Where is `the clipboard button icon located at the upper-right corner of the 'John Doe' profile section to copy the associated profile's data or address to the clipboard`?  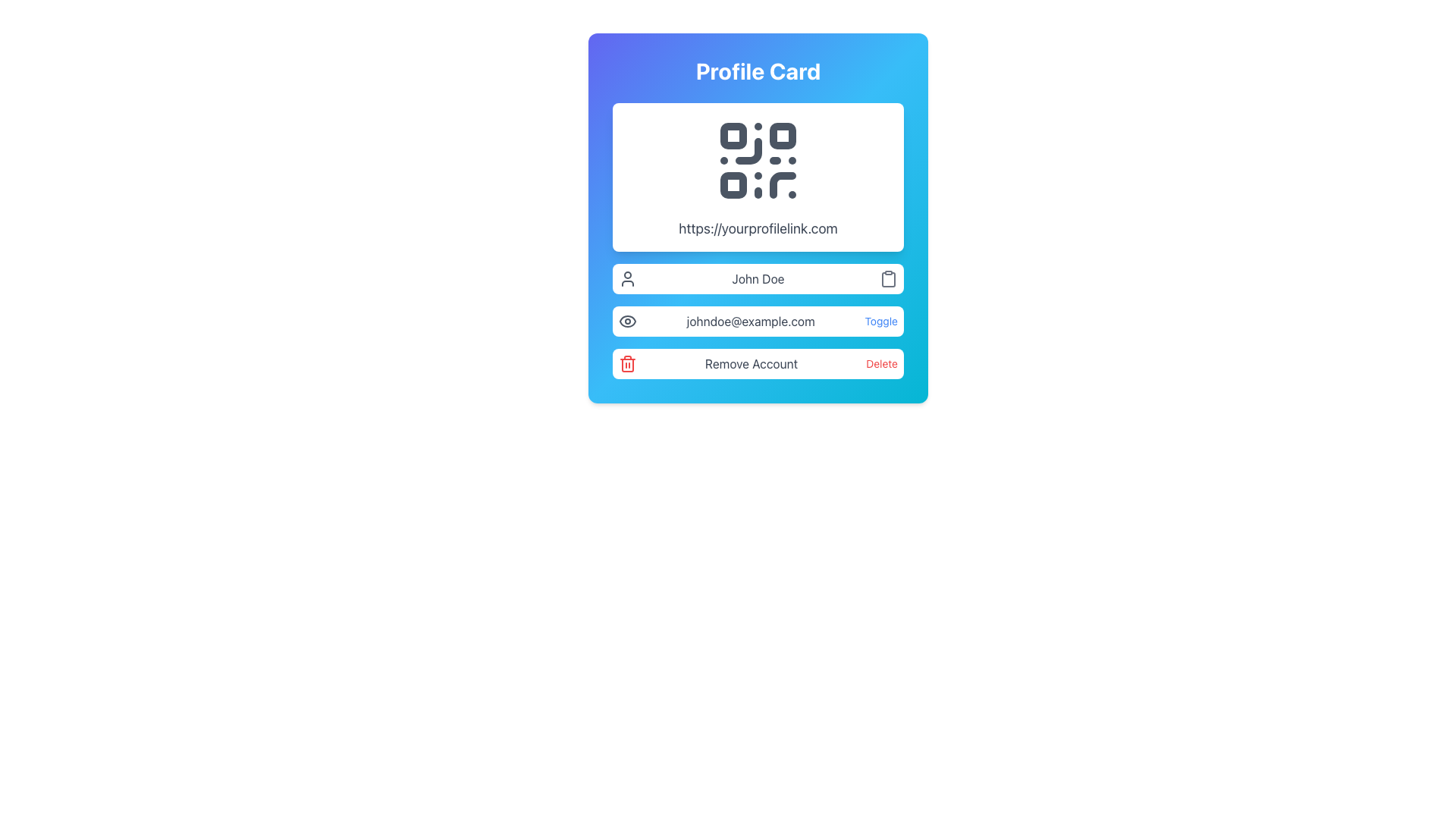
the clipboard button icon located at the upper-right corner of the 'John Doe' profile section to copy the associated profile's data or address to the clipboard is located at coordinates (888, 278).